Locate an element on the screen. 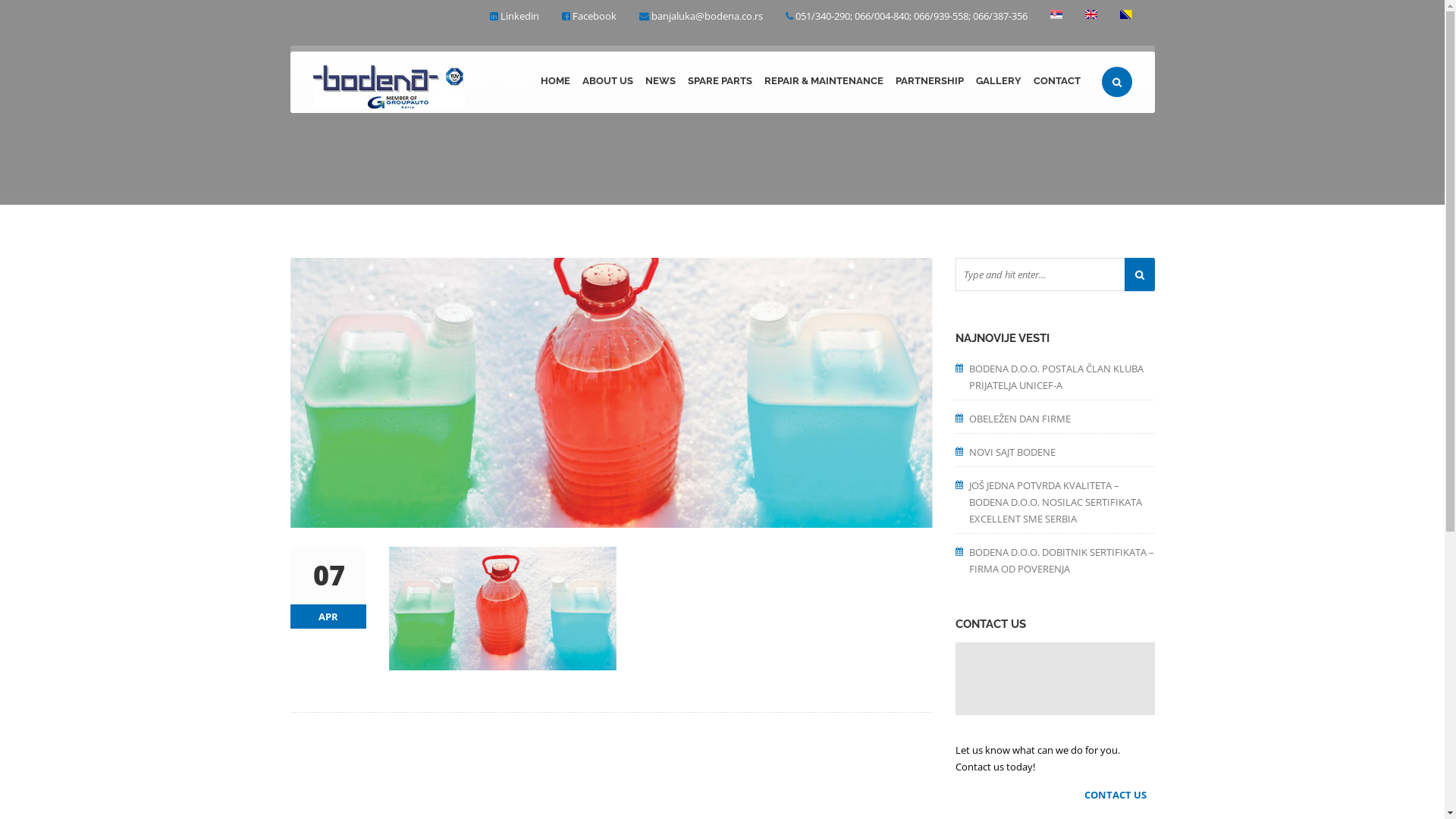 This screenshot has height=819, width=1456. 'ABOUT US' is located at coordinates (607, 82).